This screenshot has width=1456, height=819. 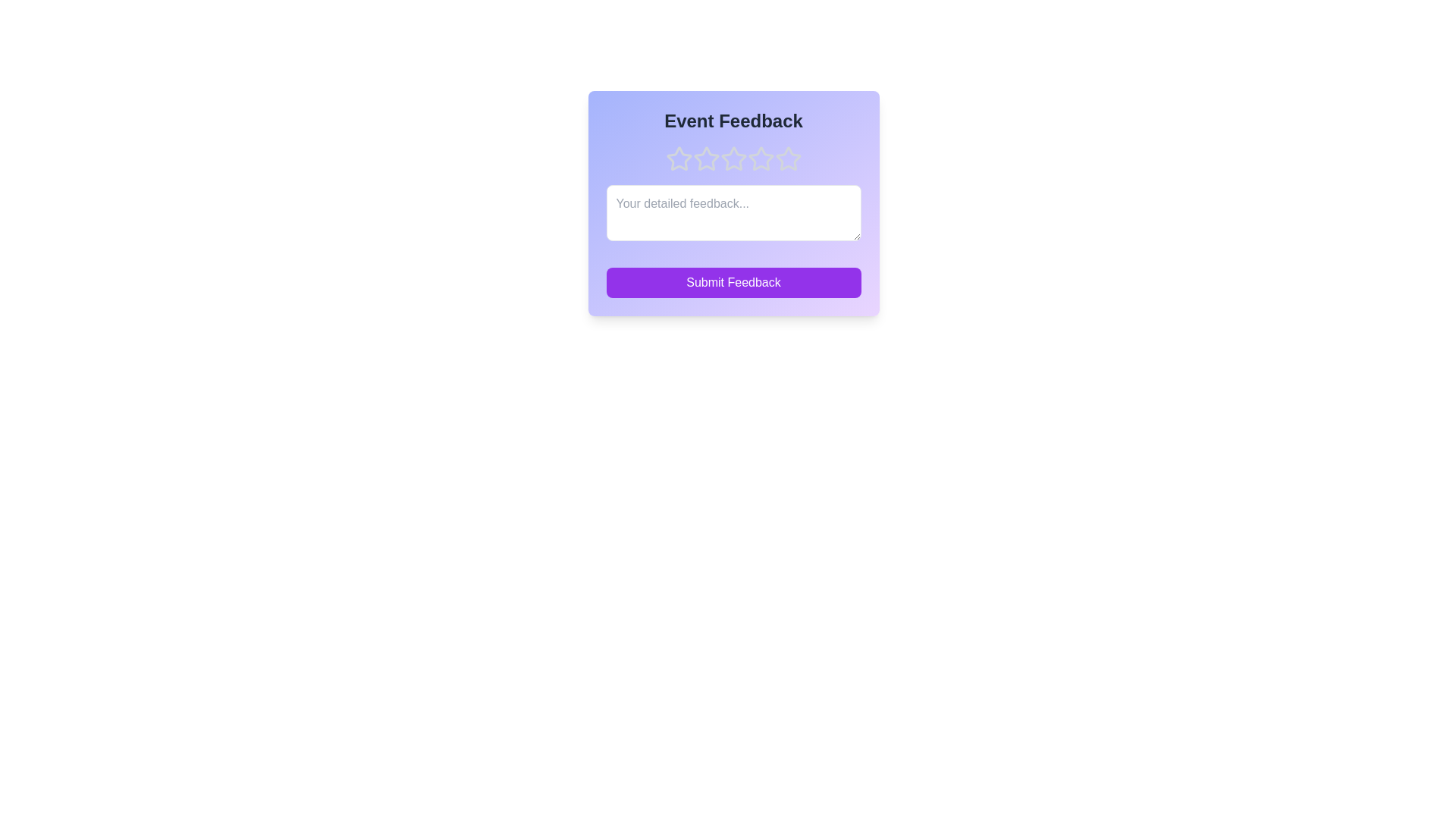 I want to click on the rating to 5 stars by clicking on the corresponding star, so click(x=788, y=158).